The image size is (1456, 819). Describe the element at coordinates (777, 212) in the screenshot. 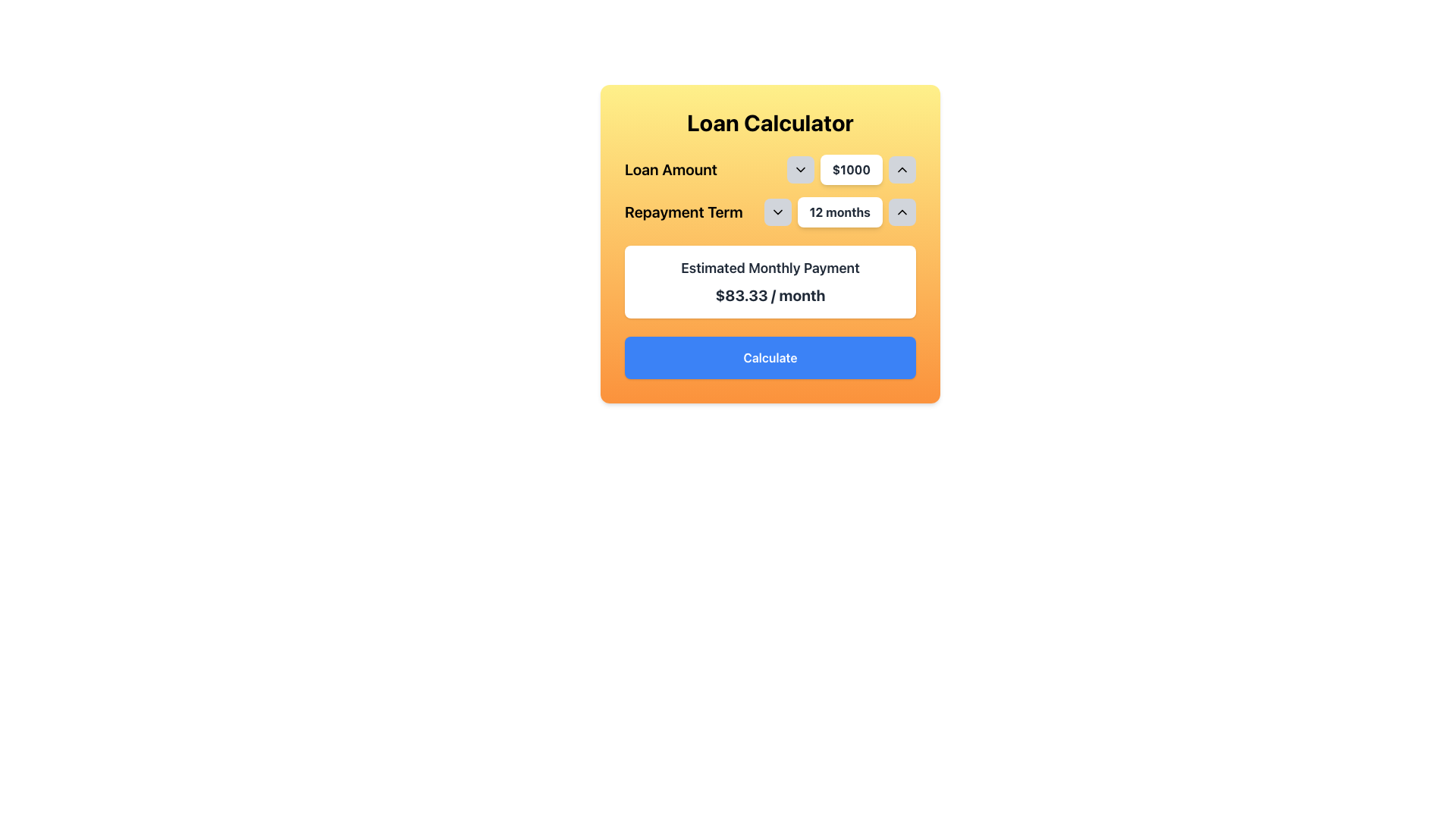

I see `the gray rounded button with a downward-pointing chevron icon located to the left of the '12 months' text in the 'Repayment Term' section to observe hover effects` at that location.